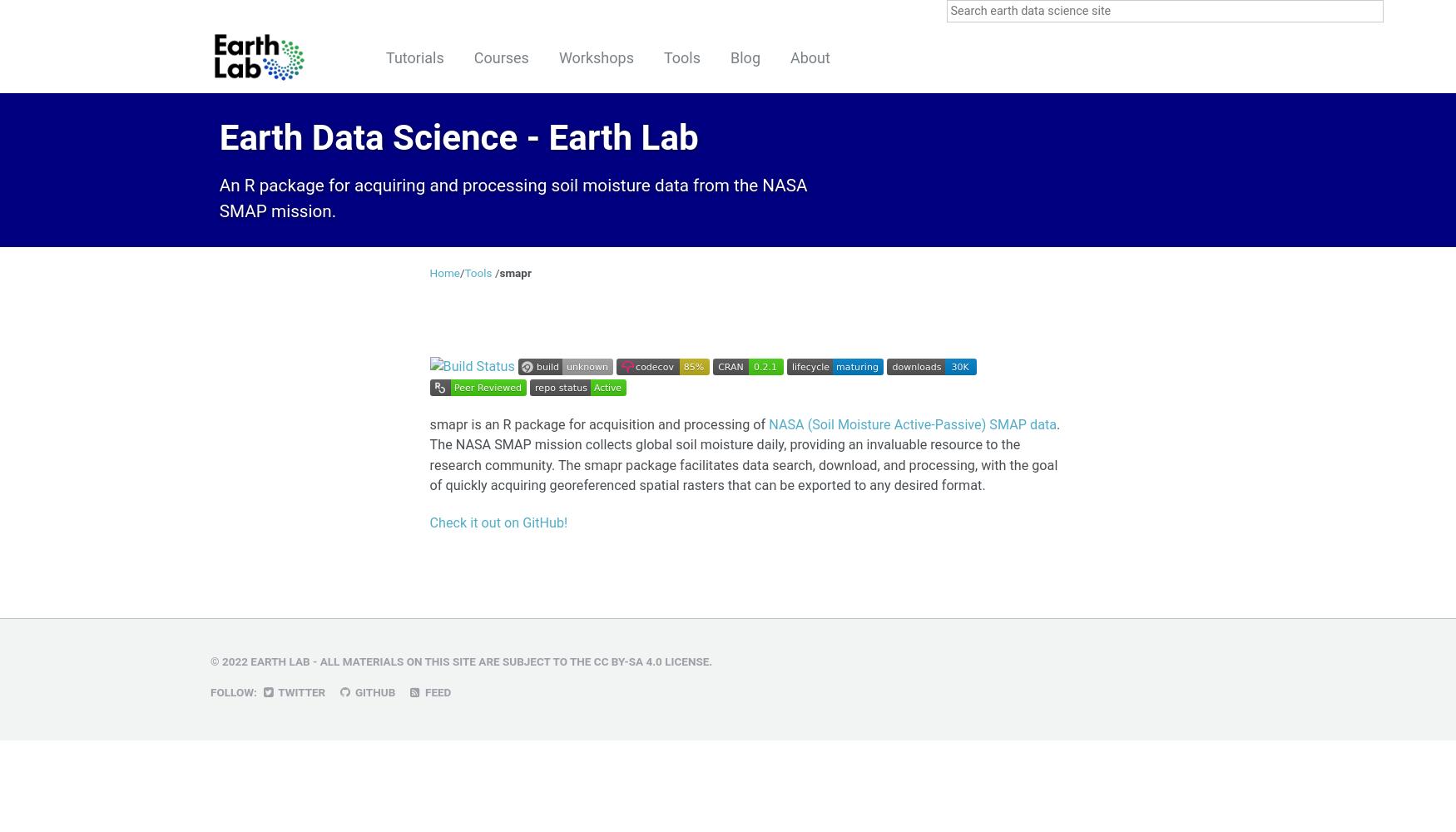 This screenshot has width=1456, height=832. I want to click on '. The NASA SMAP mission collects global soil moisture daily, providing an invaluable resource to the research community. The smapr package facilitates data search, download, and processing, with the goal of quickly acquiring georeferenced spatial rasters that can be exported to any desired format.', so click(743, 454).